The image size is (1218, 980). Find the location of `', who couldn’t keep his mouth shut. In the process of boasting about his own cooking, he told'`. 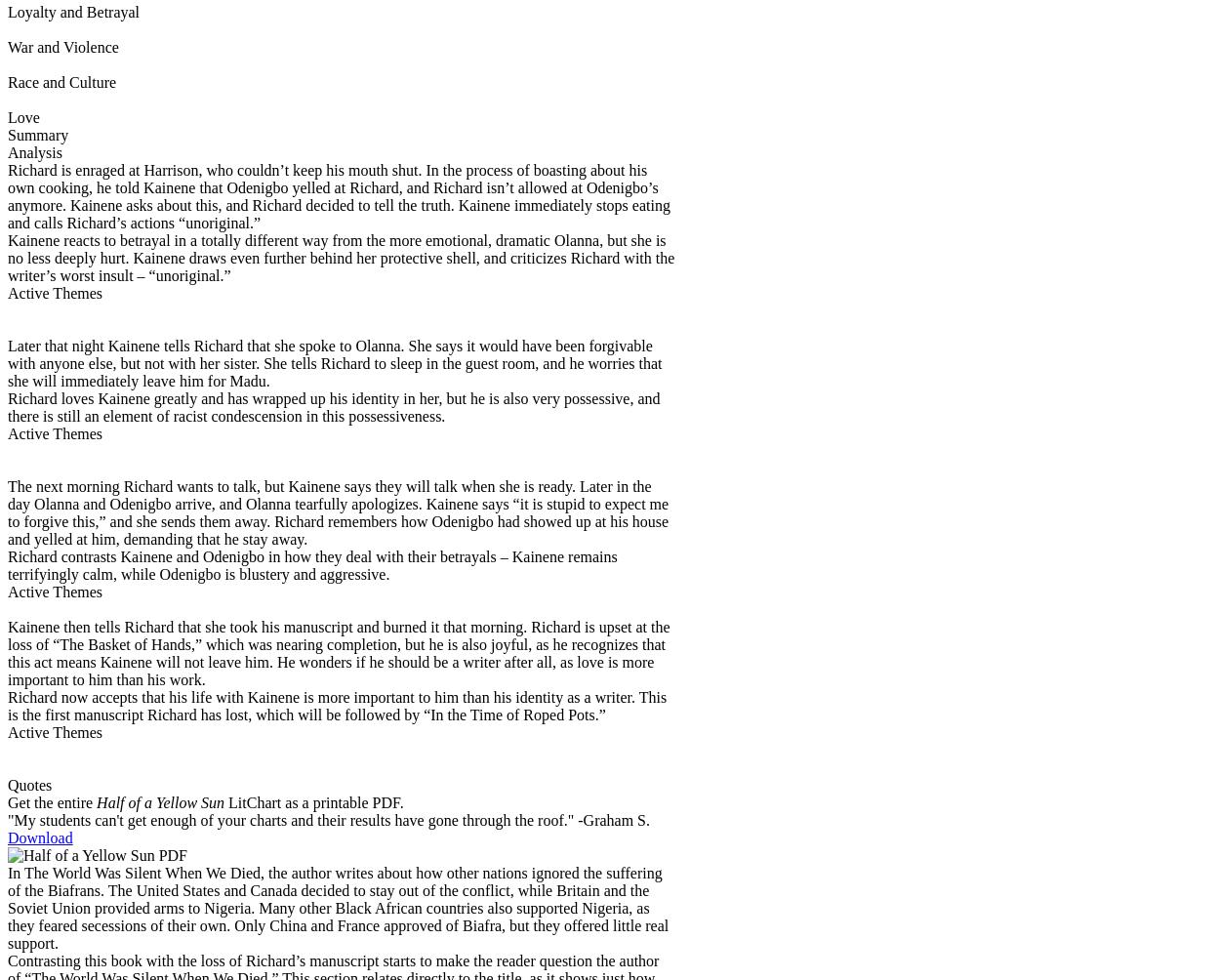

', who couldn’t keep his mouth shut. In the process of boasting about his own cooking, he told' is located at coordinates (327, 177).